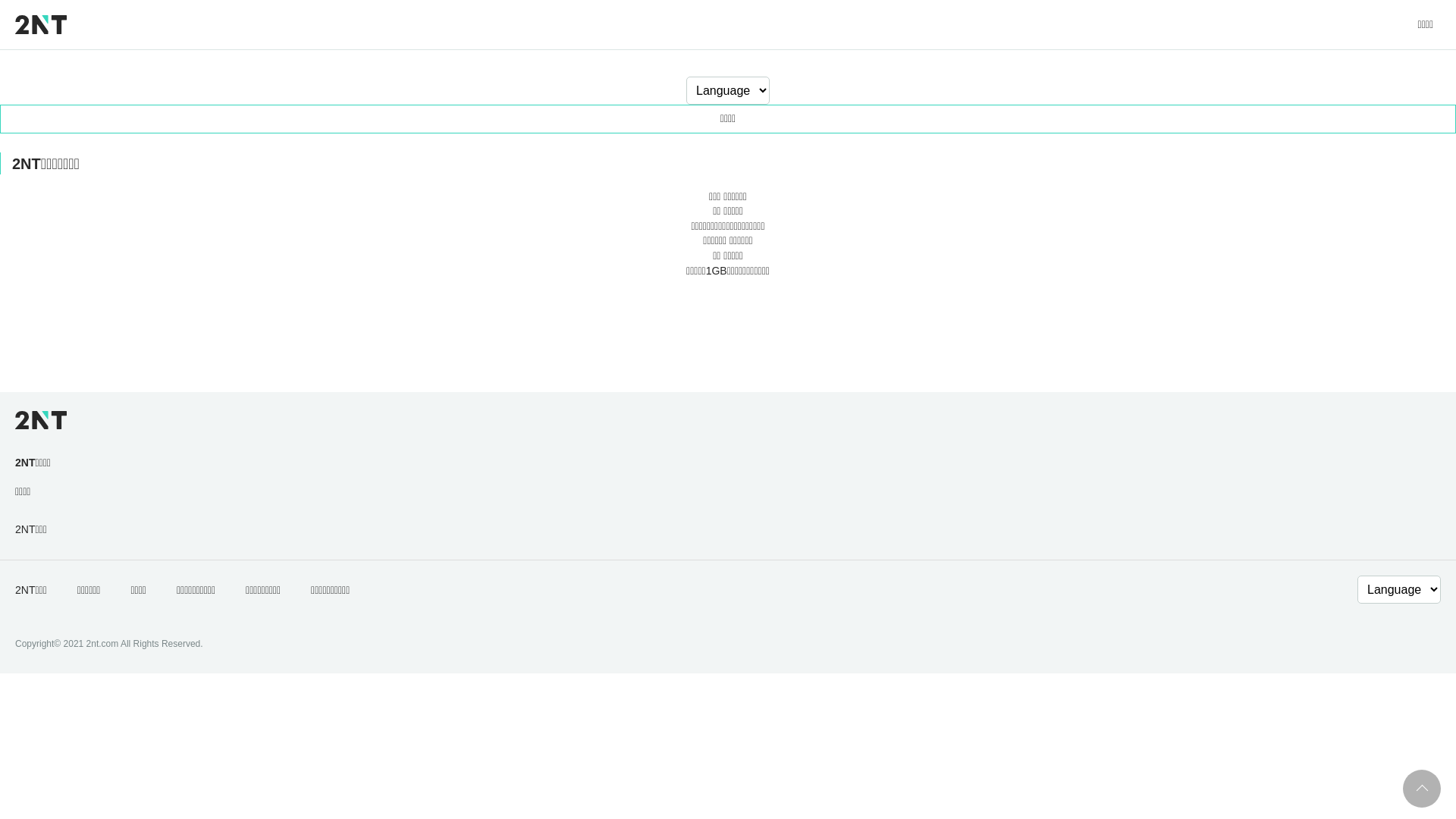 The height and width of the screenshot is (819, 1456). Describe the element at coordinates (40, 24) in the screenshot. I see `'2NT'` at that location.